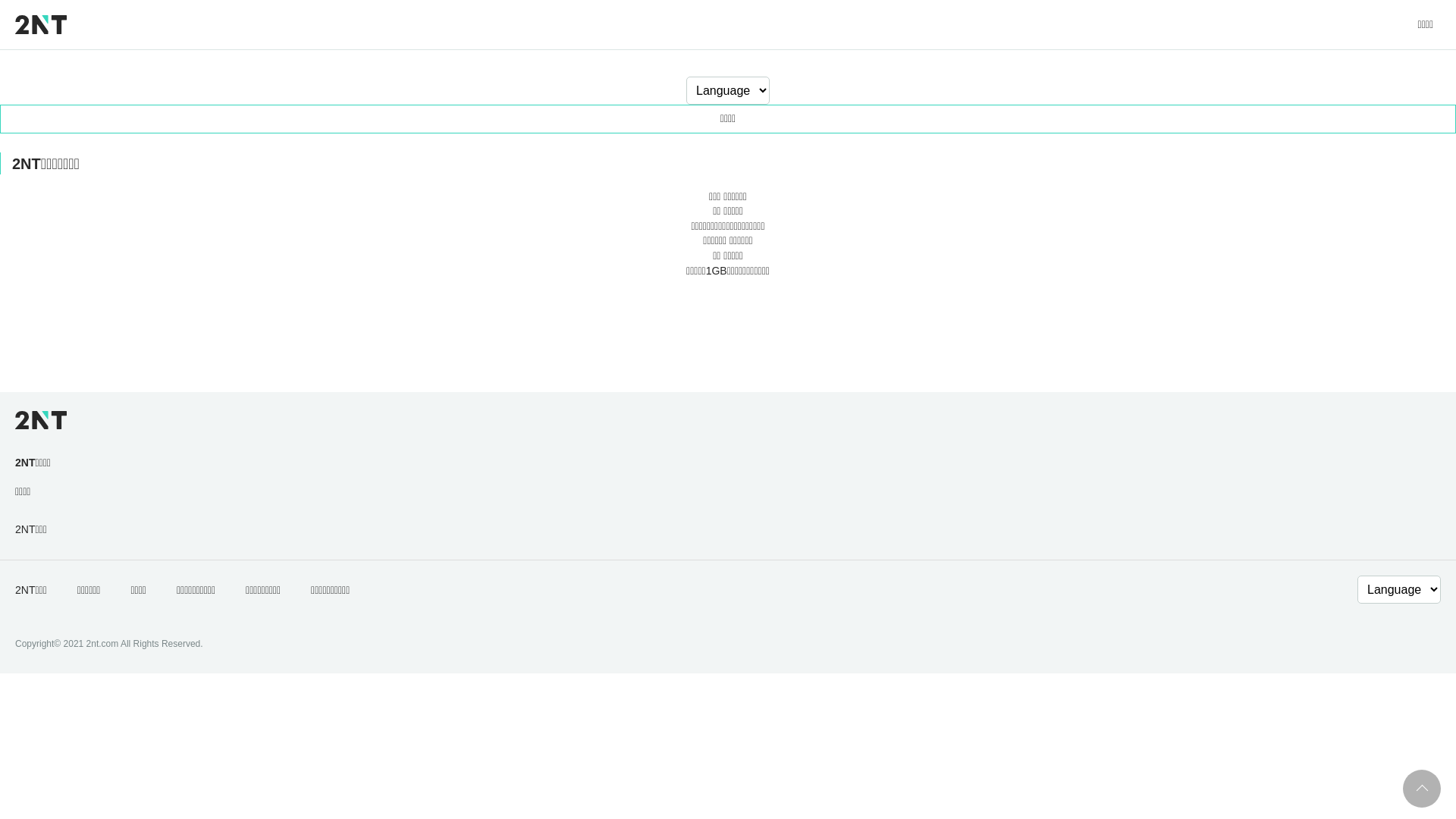 The height and width of the screenshot is (819, 1456). Describe the element at coordinates (40, 24) in the screenshot. I see `'2NT'` at that location.